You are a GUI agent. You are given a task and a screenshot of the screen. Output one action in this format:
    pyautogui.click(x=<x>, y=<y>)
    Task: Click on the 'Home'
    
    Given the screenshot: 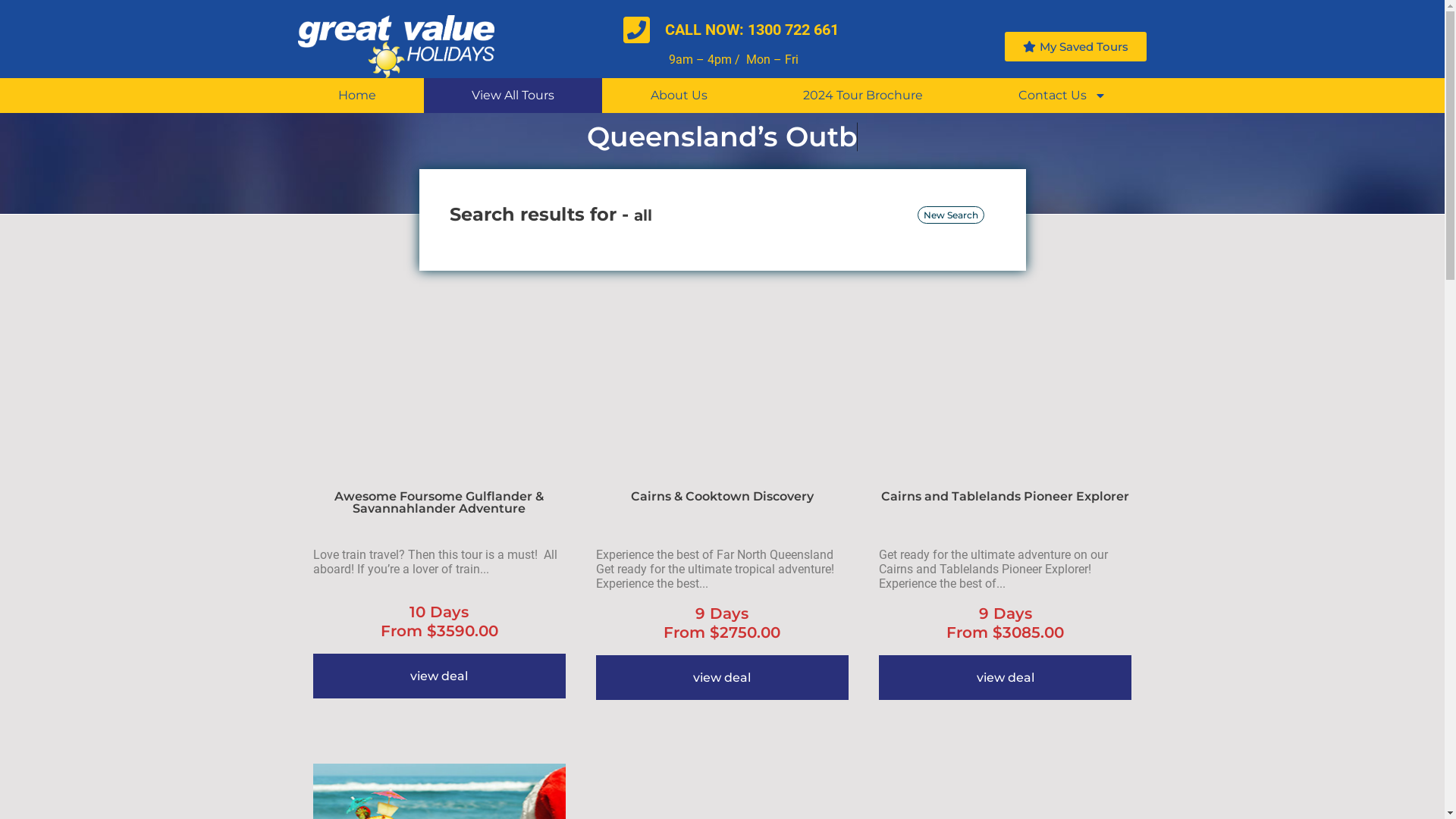 What is the action you would take?
    pyautogui.click(x=356, y=96)
    